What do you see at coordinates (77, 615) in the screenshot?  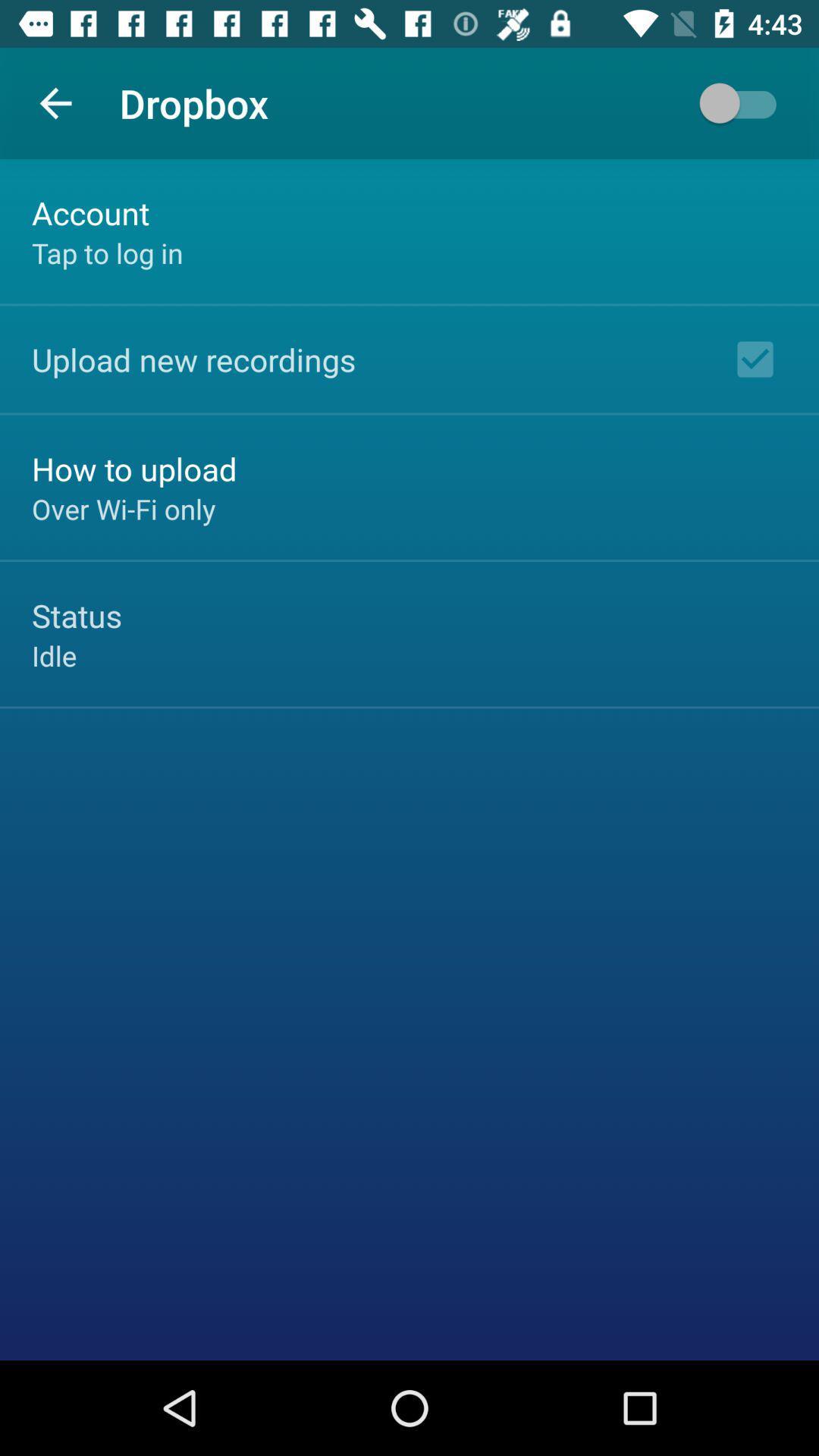 I see `the item below over wi fi icon` at bounding box center [77, 615].